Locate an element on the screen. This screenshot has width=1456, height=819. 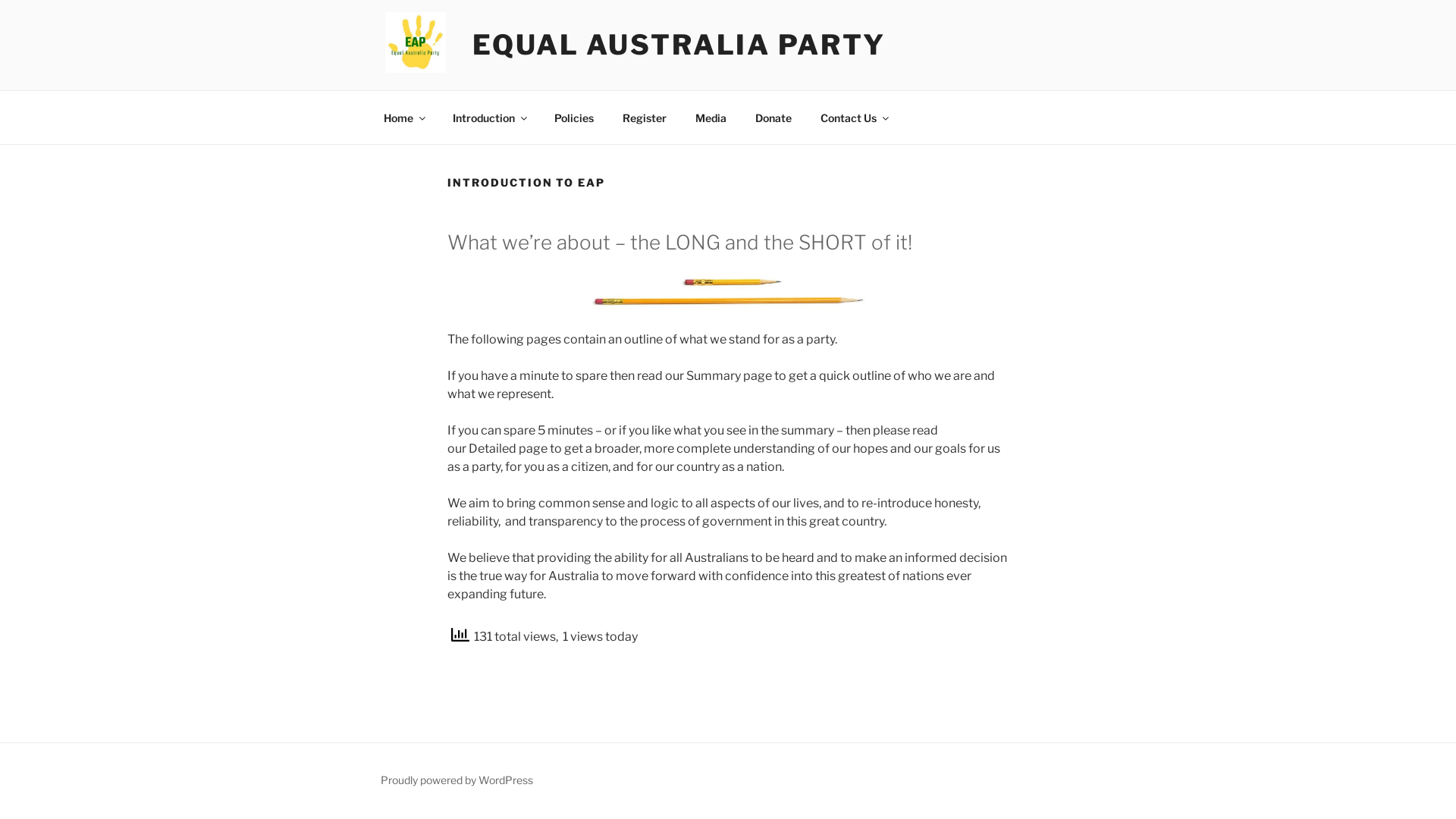
'Proudly powered by WordPress' is located at coordinates (381, 780).